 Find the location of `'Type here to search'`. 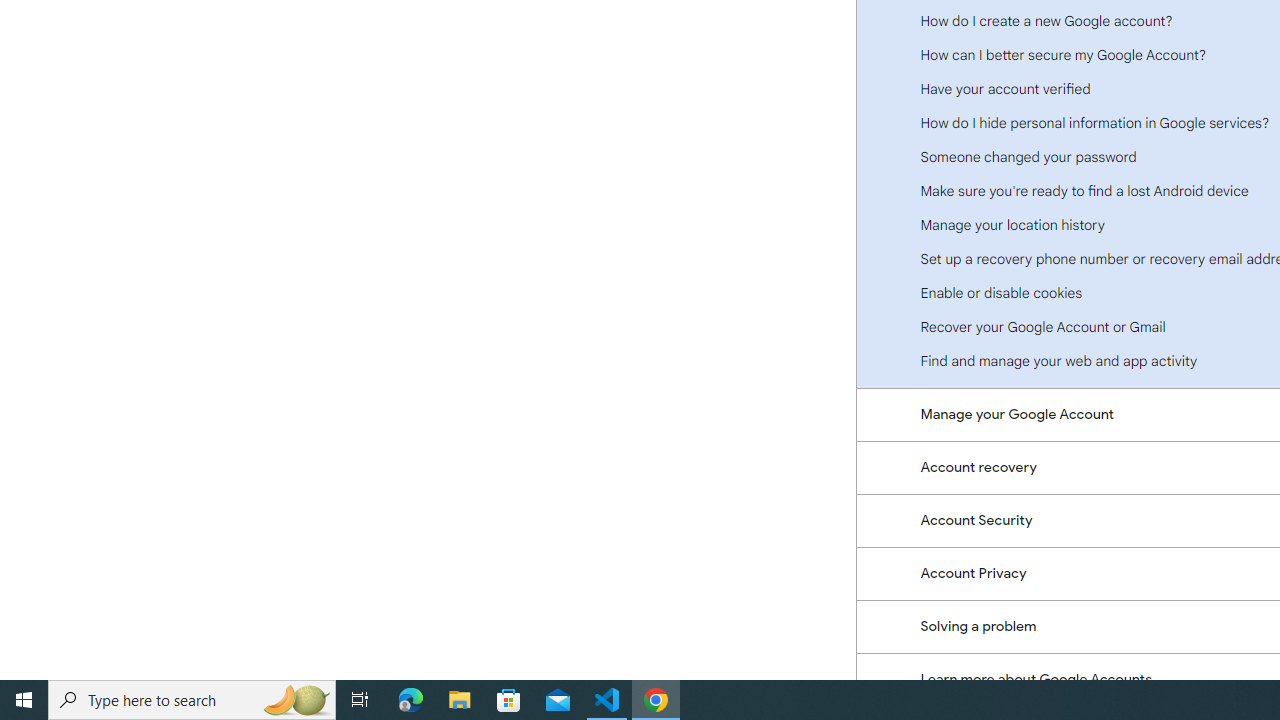

'Type here to search' is located at coordinates (192, 698).